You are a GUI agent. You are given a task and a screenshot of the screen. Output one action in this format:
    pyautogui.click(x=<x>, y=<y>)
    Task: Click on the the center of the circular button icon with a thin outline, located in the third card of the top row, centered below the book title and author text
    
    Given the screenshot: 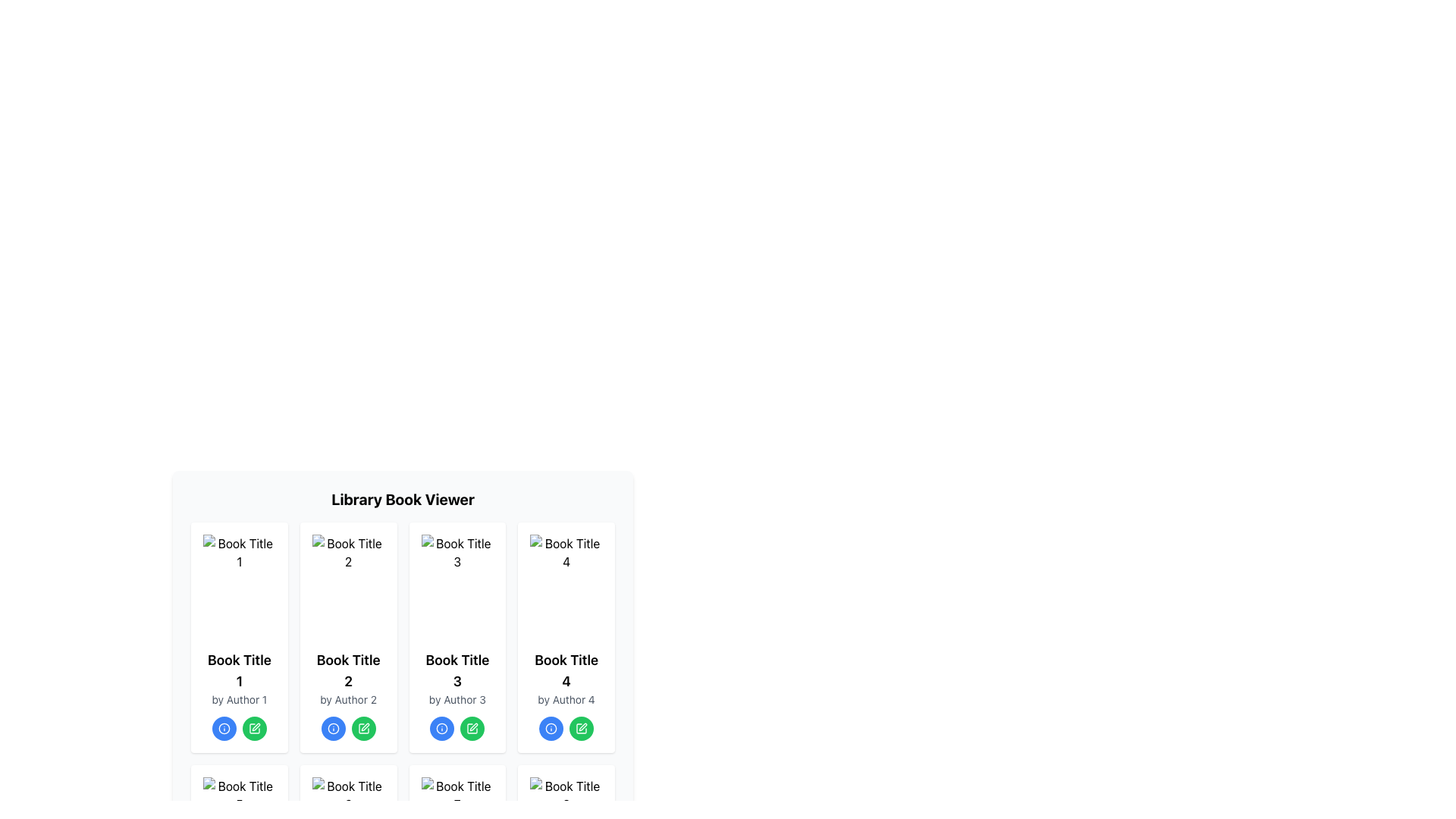 What is the action you would take?
    pyautogui.click(x=441, y=727)
    